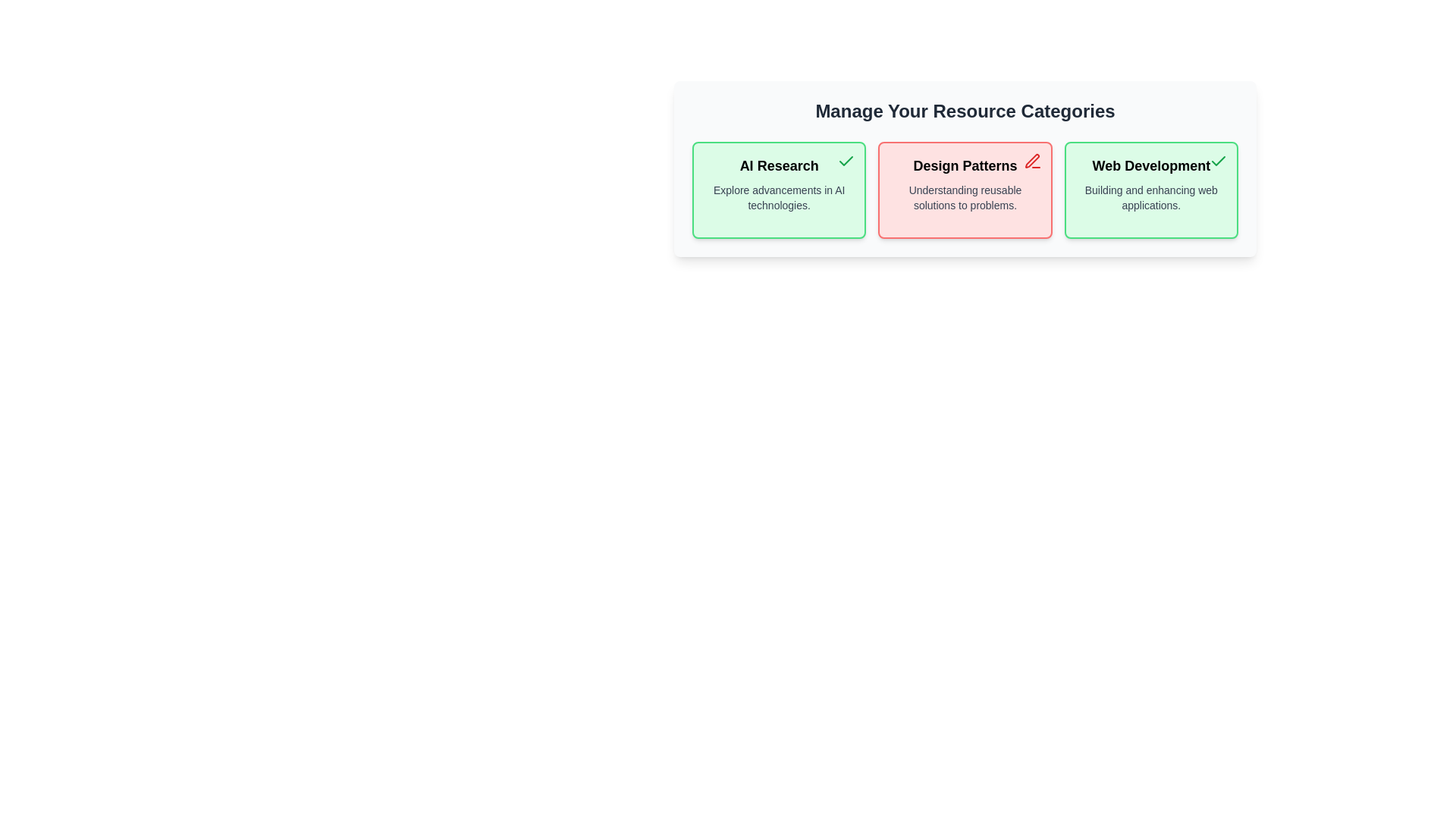 This screenshot has height=819, width=1456. Describe the element at coordinates (779, 166) in the screenshot. I see `the text of the category name or description for AI Research` at that location.